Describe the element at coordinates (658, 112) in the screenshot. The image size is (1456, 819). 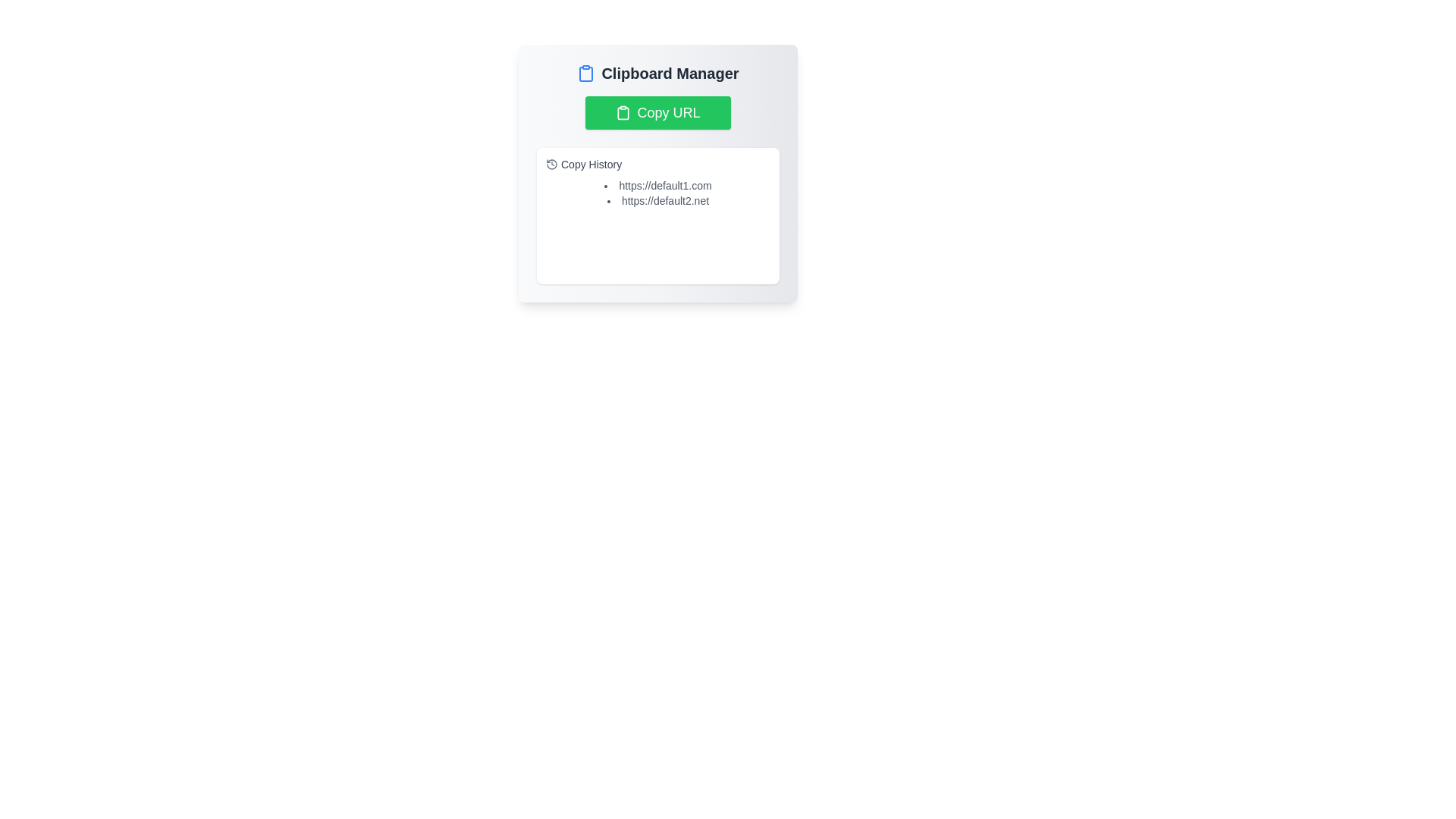
I see `the green rectangular button labeled 'Copy URL' with a white clipboard icon, located below the 'Clipboard Manager' title` at that location.